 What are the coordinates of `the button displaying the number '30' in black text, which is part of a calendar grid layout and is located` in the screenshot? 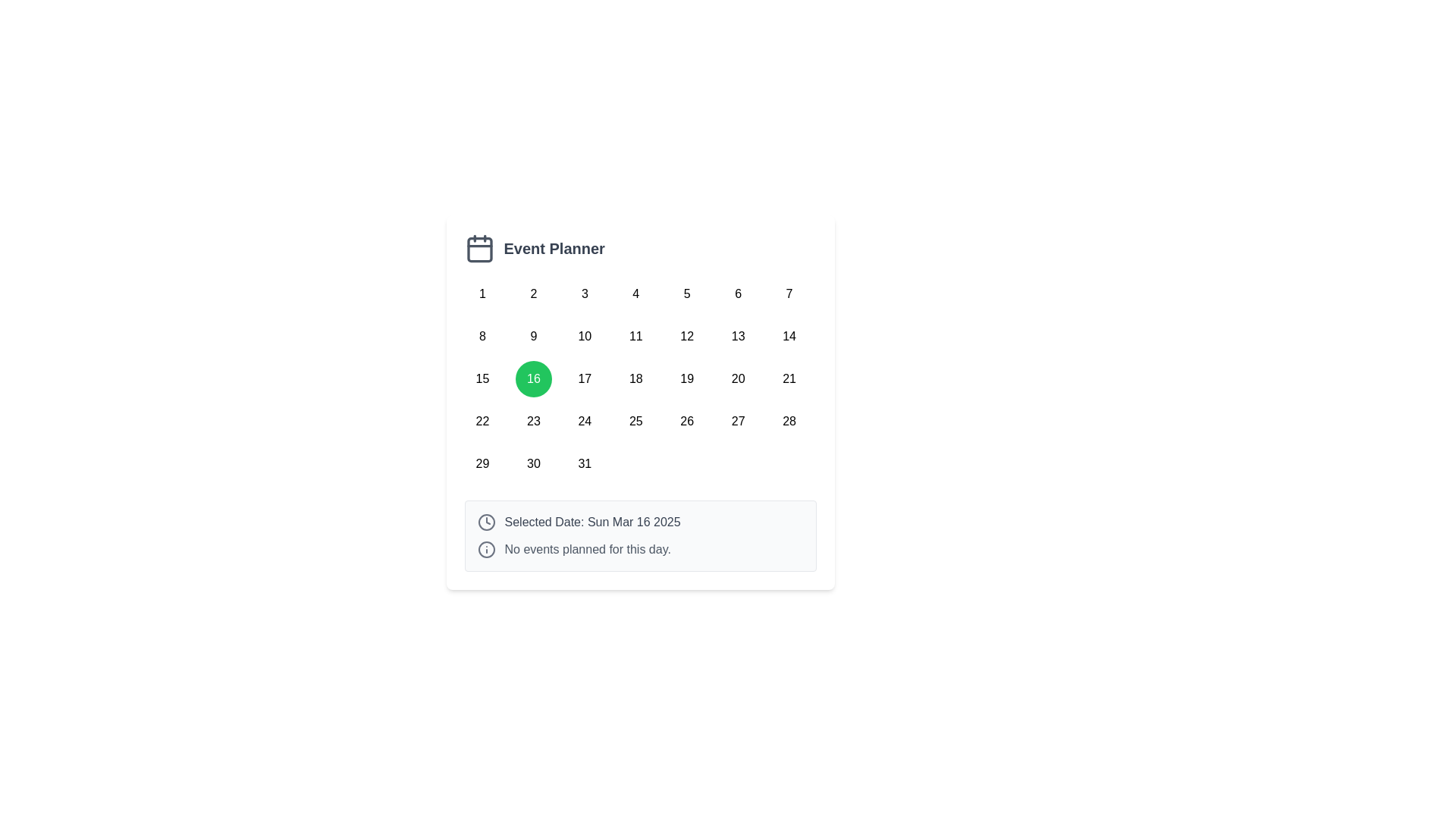 It's located at (533, 463).